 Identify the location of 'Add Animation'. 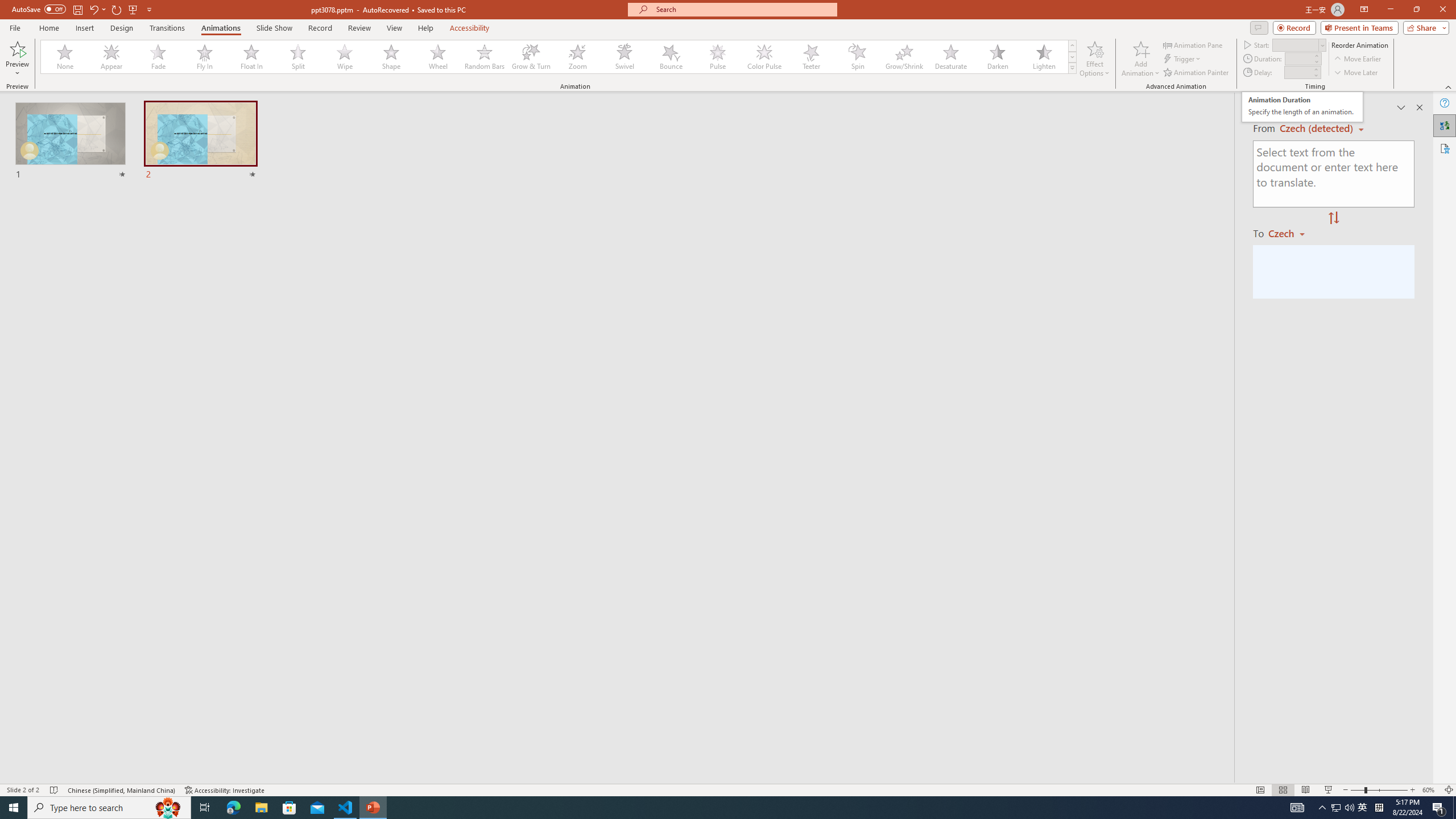
(1141, 59).